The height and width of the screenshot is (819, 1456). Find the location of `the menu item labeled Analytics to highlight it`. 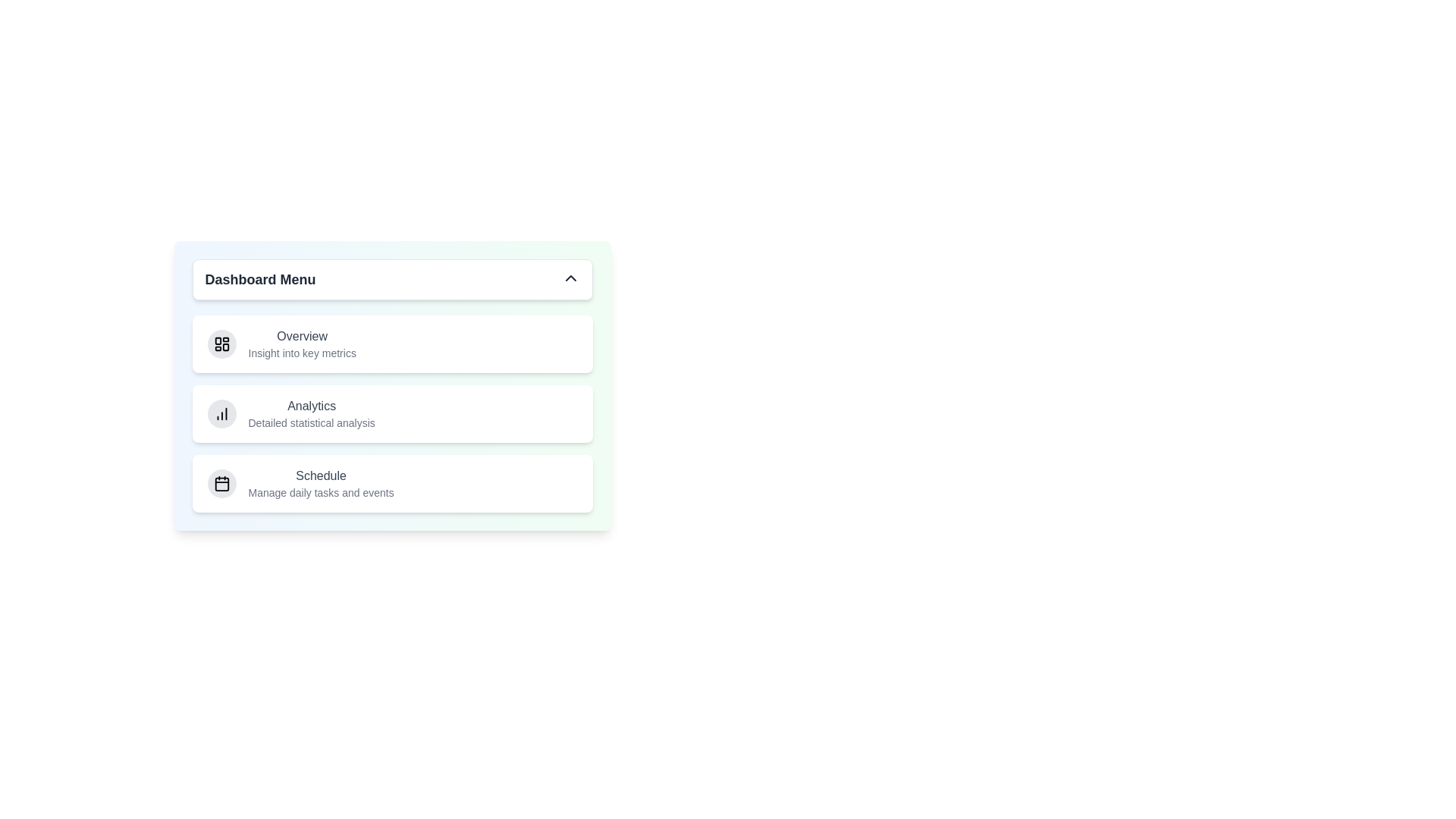

the menu item labeled Analytics to highlight it is located at coordinates (311, 406).